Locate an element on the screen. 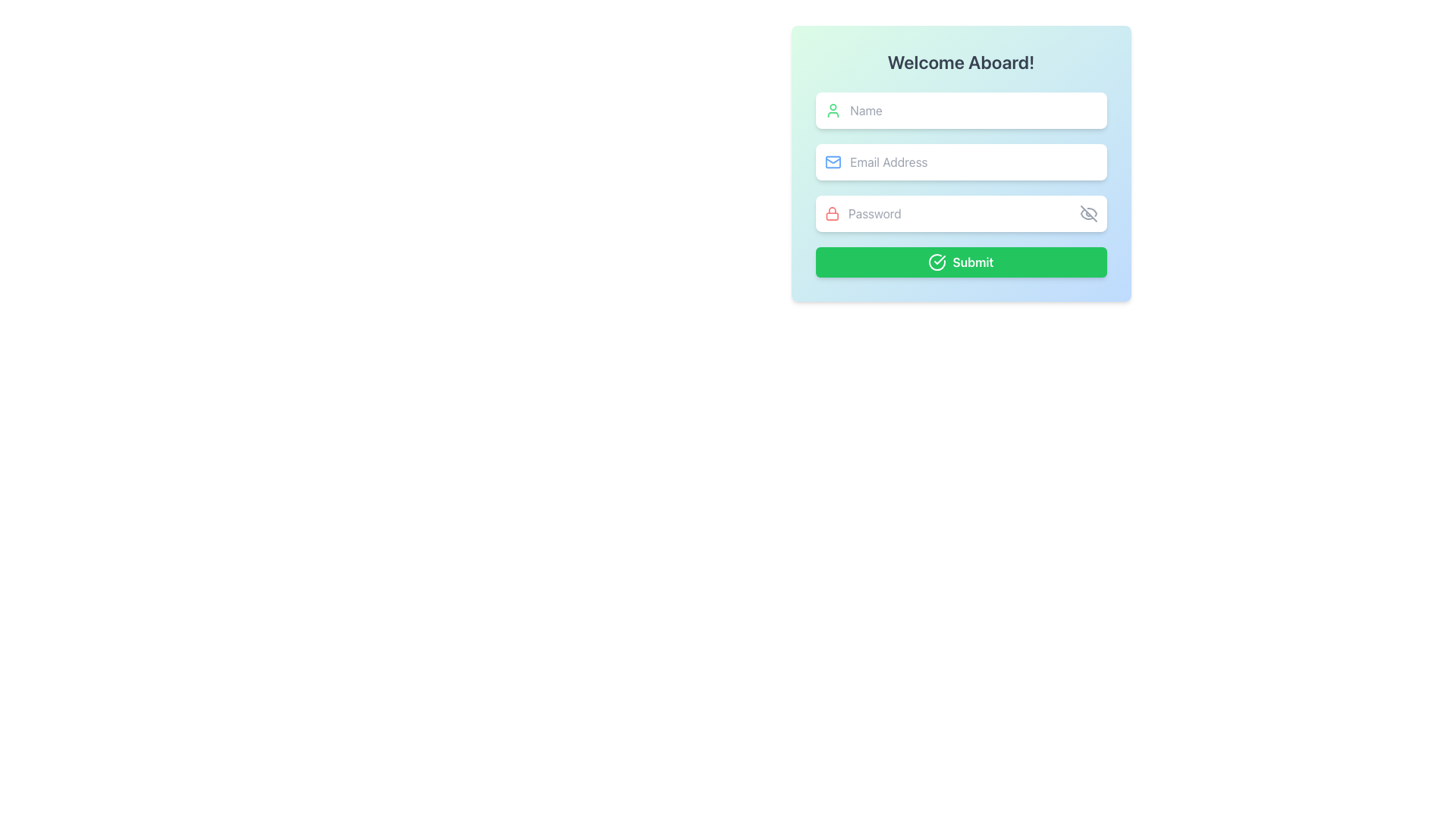 The width and height of the screenshot is (1456, 819). the email input field icon that visually indicates the purpose of the input field in the vertical form, positioned between the 'Name' and 'Password' fields is located at coordinates (832, 162).